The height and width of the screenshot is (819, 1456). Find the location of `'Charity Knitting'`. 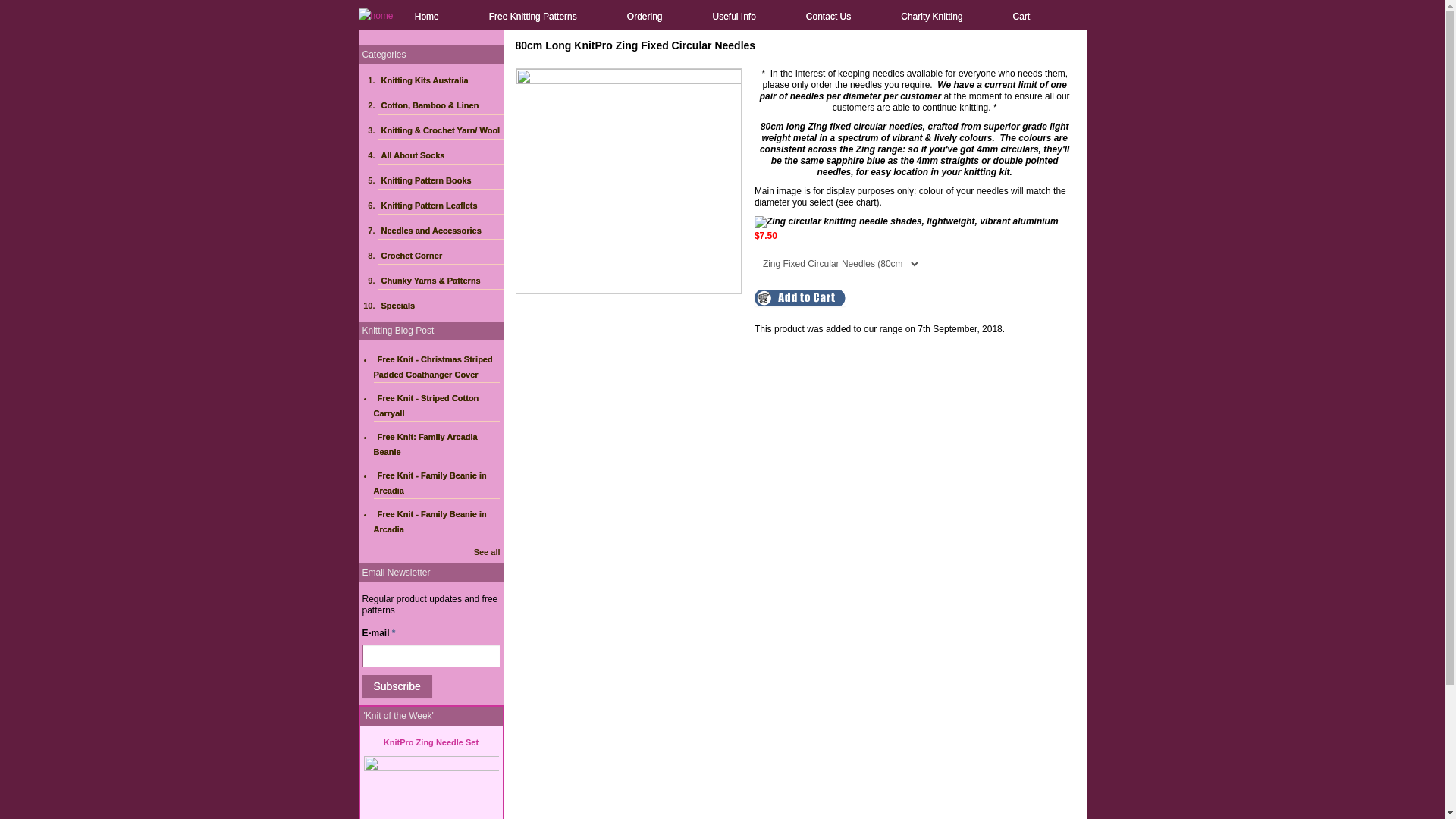

'Charity Knitting' is located at coordinates (930, 17).